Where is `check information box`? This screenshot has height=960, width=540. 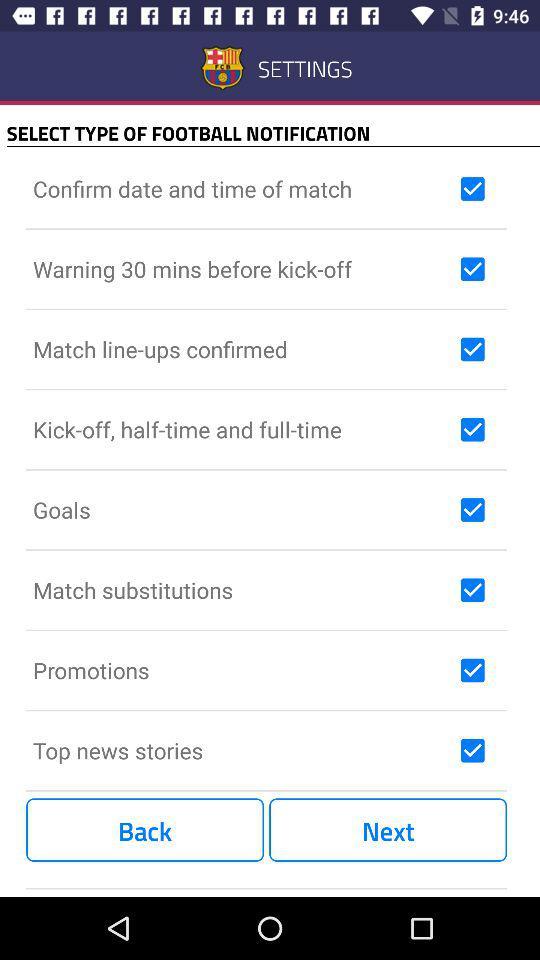 check information box is located at coordinates (472, 670).